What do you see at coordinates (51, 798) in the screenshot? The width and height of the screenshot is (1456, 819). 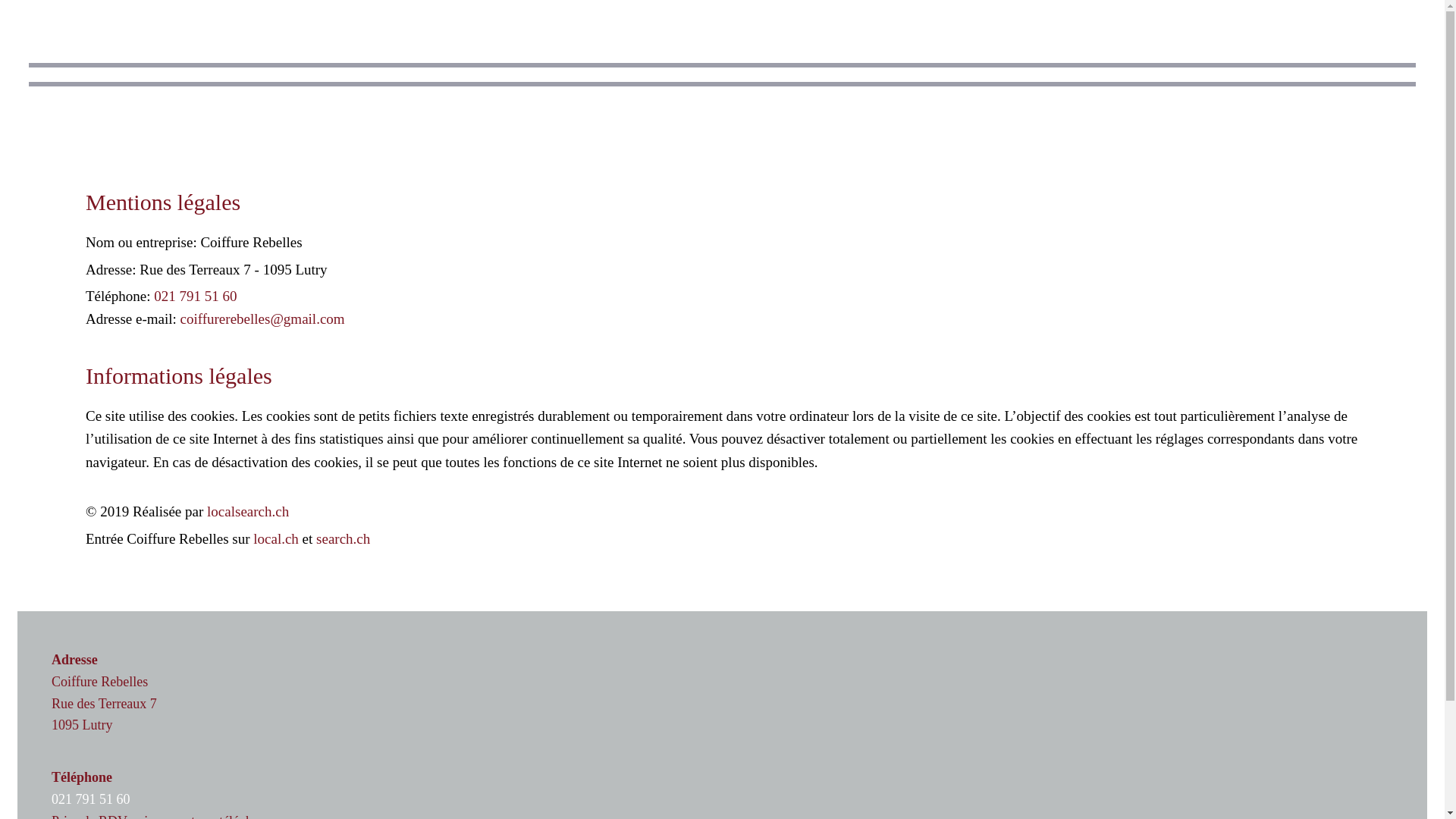 I see `'021 791 51 60'` at bounding box center [51, 798].